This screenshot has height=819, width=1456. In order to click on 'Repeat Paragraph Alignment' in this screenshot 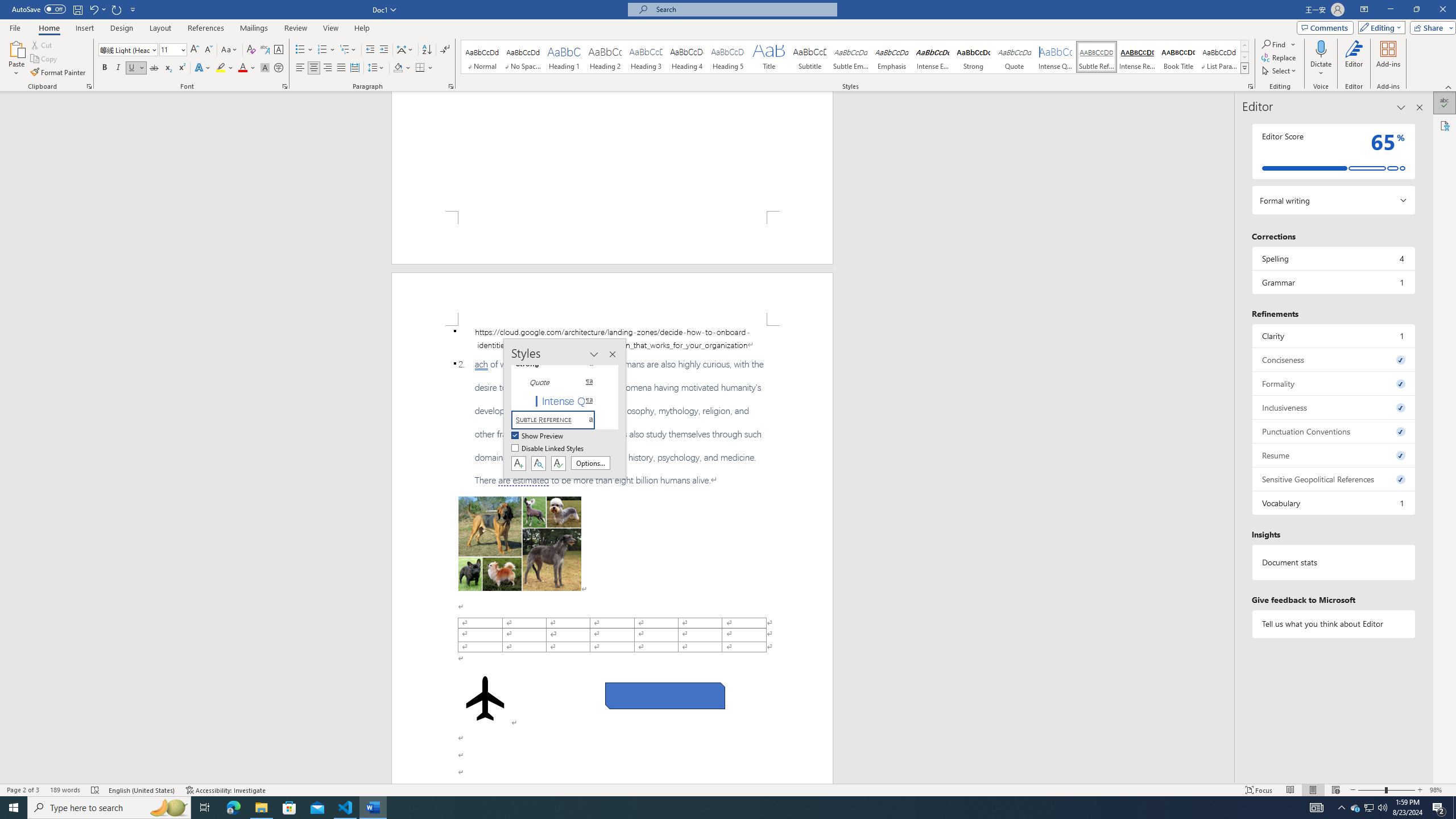, I will do `click(117, 9)`.